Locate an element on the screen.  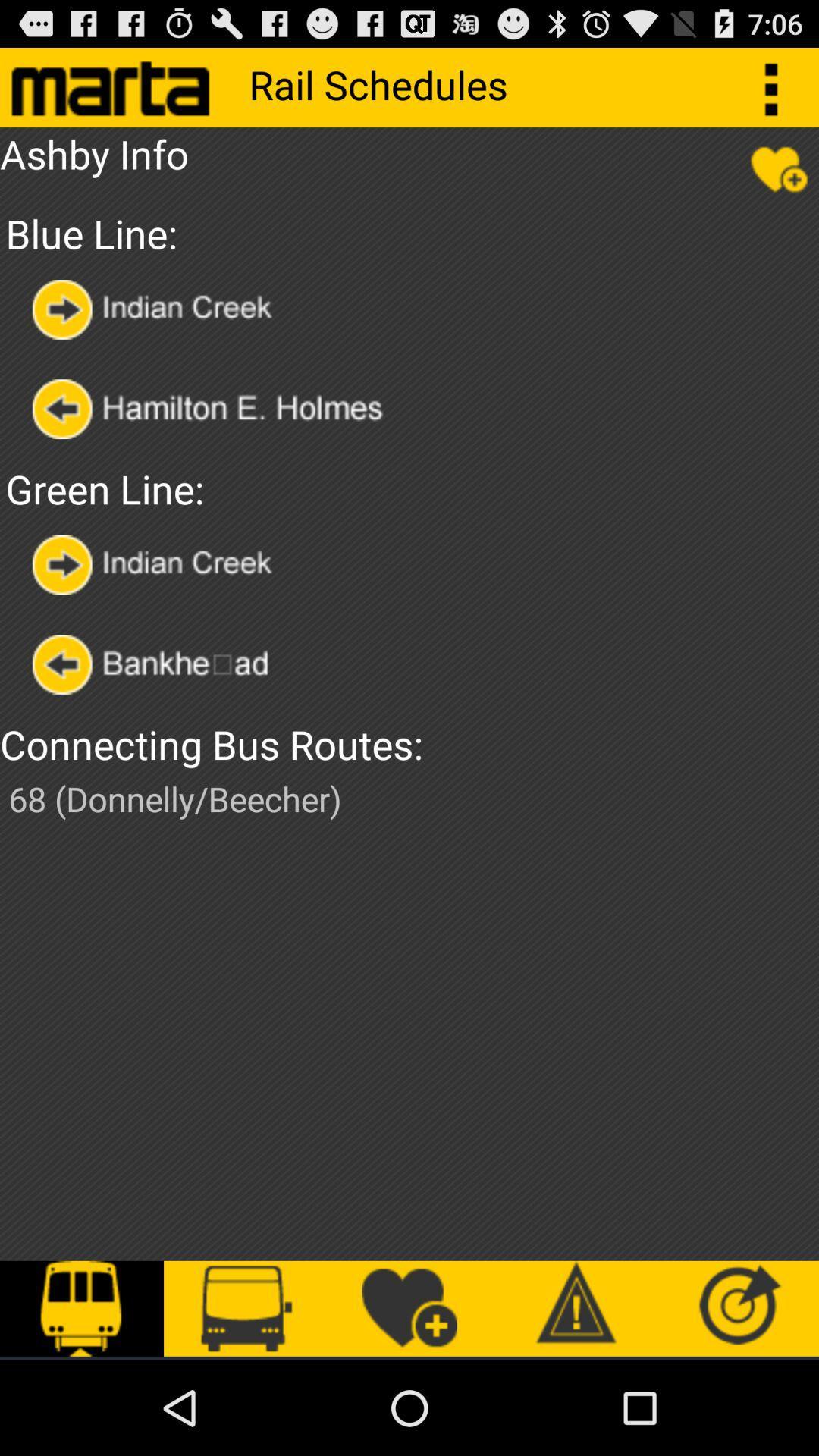
the favorite icon is located at coordinates (779, 178).